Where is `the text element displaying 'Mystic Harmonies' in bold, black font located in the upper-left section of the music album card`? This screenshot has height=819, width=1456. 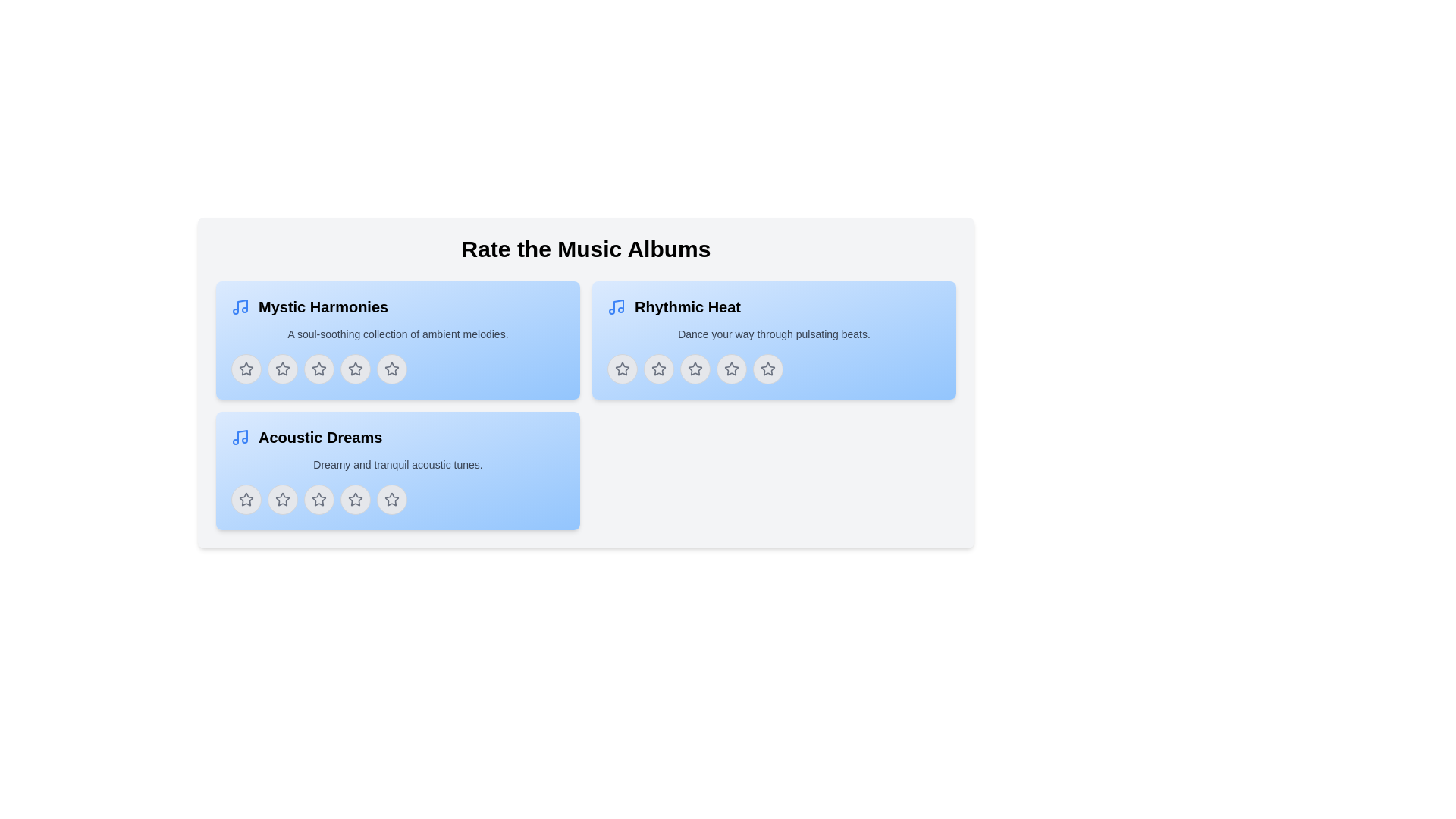
the text element displaying 'Mystic Harmonies' in bold, black font located in the upper-left section of the music album card is located at coordinates (322, 307).